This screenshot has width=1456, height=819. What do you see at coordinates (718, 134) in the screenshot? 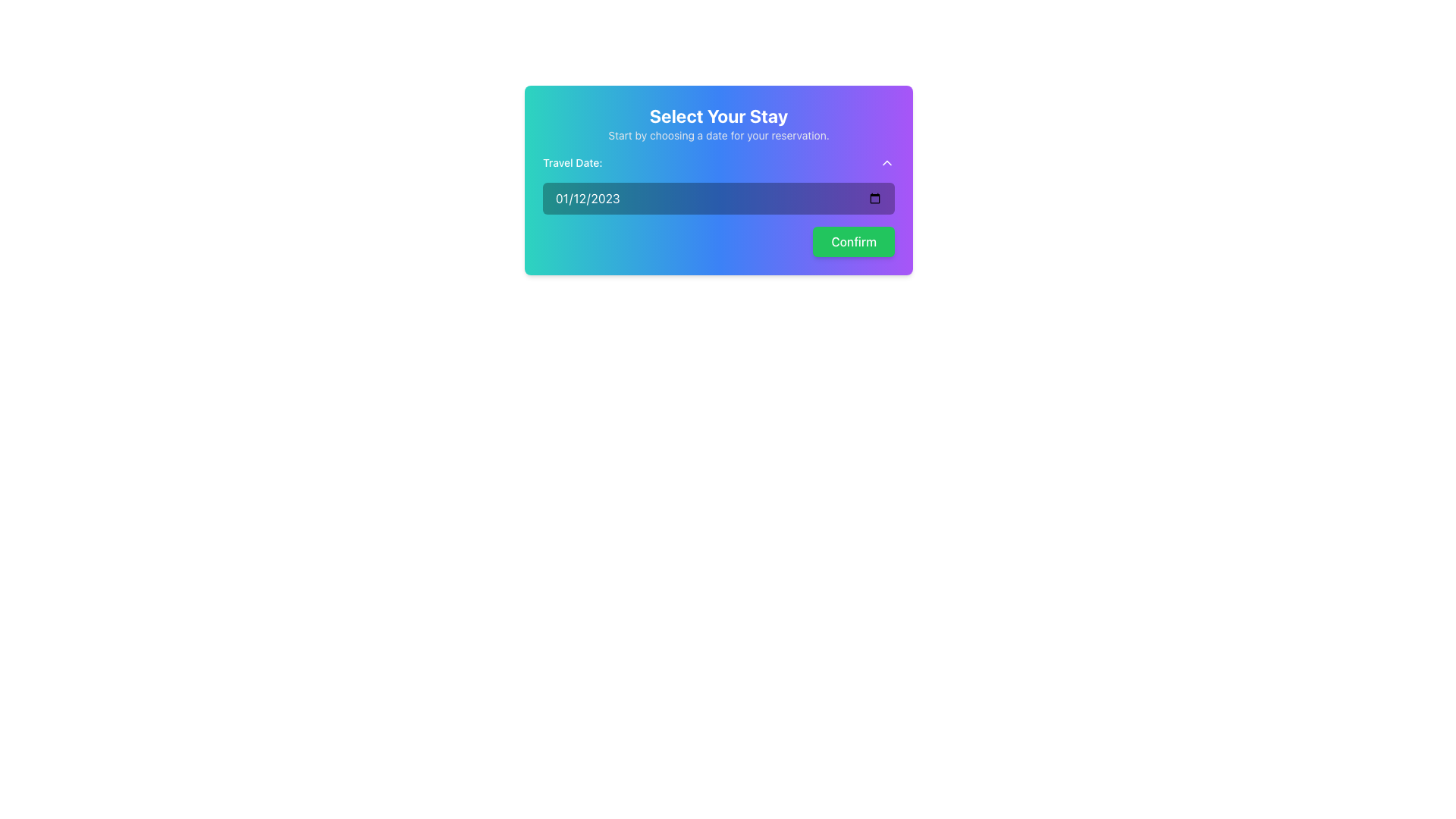
I see `instruction text element that displays 'Start by choosing a date for your reservation.', which is located directly below the 'Select Your Stay' title in the card UI component` at bounding box center [718, 134].